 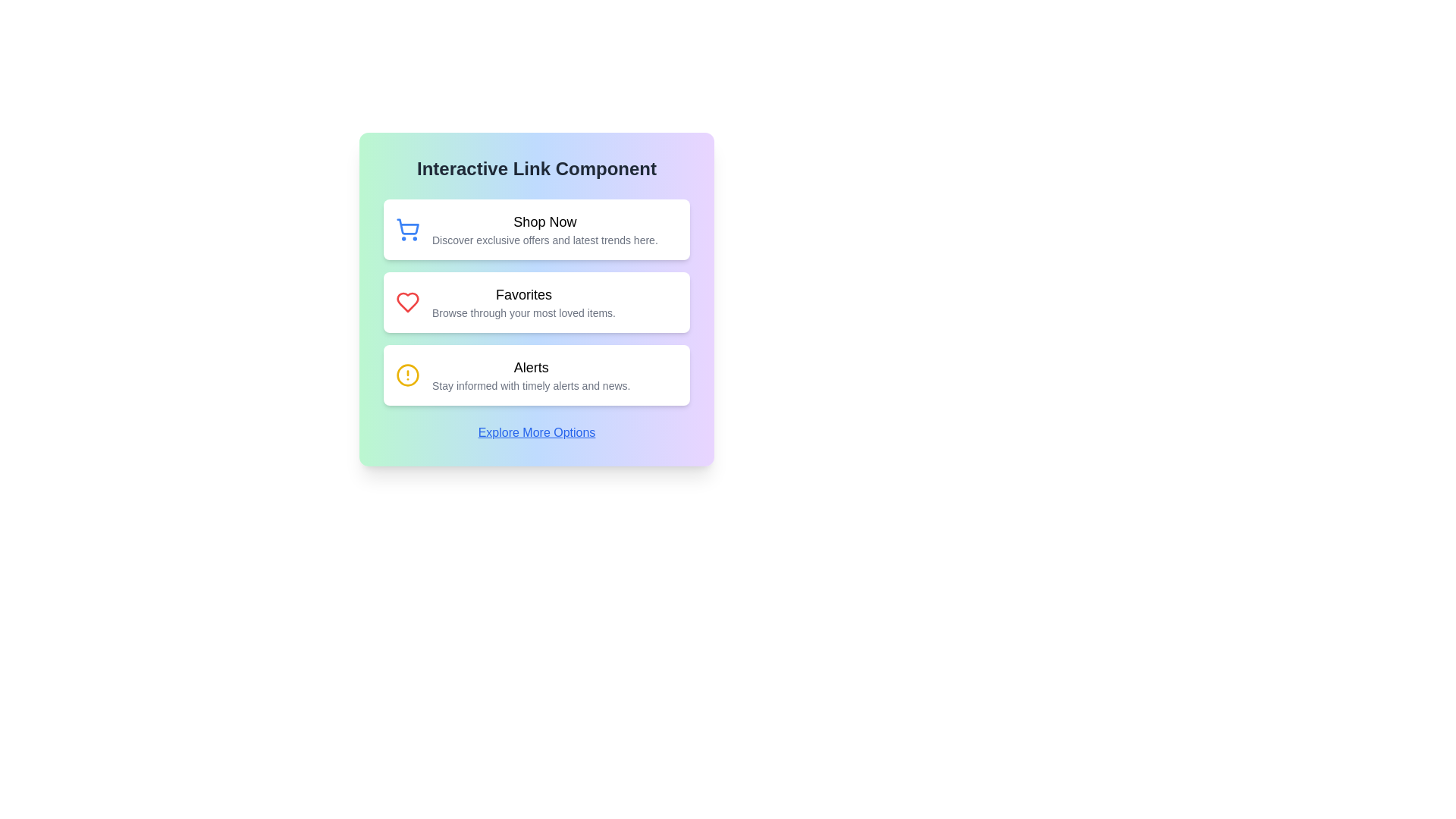 I want to click on the text label that reads 'Stay informed with timely alerts and news.' located in the lower section of the 'Alerts' card, under the title 'Alerts', so click(x=531, y=385).